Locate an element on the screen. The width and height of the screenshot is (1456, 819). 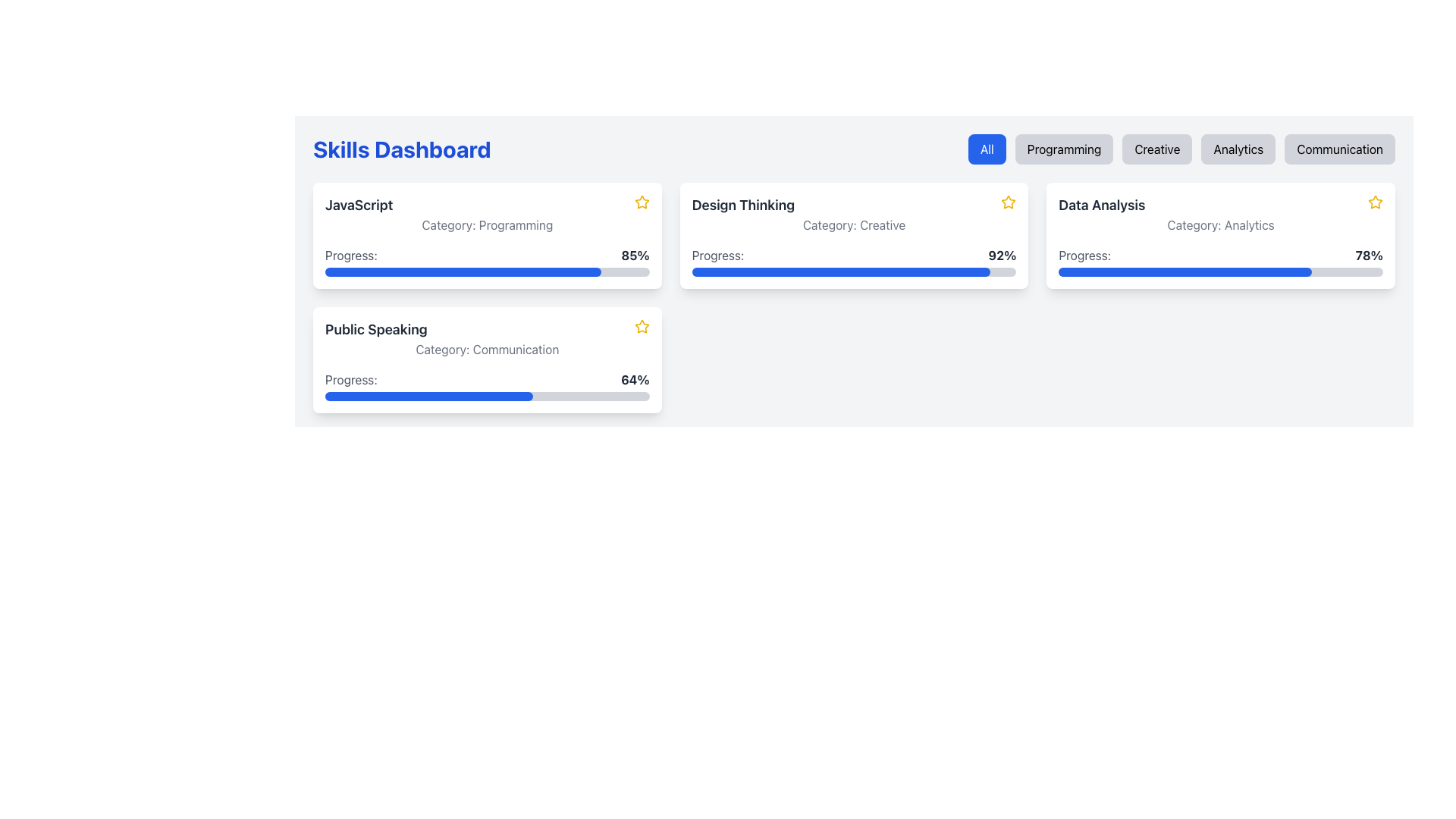
the solid yellow star icon located to the right of the 'Data Analysis' section's title to mark the item as favorite is located at coordinates (1376, 201).